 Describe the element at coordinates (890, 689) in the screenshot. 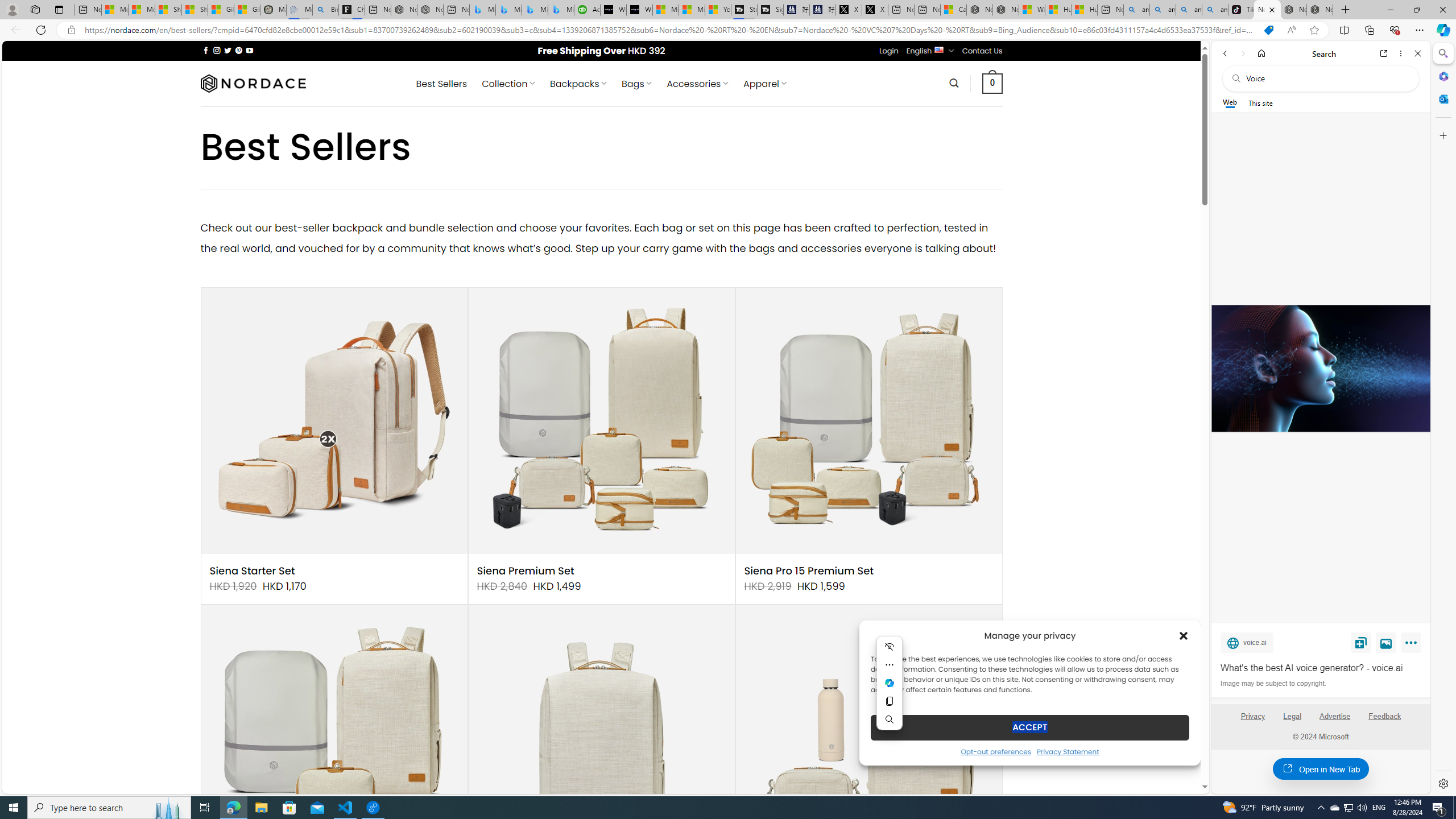

I see `'Mini menu on text selection'` at that location.